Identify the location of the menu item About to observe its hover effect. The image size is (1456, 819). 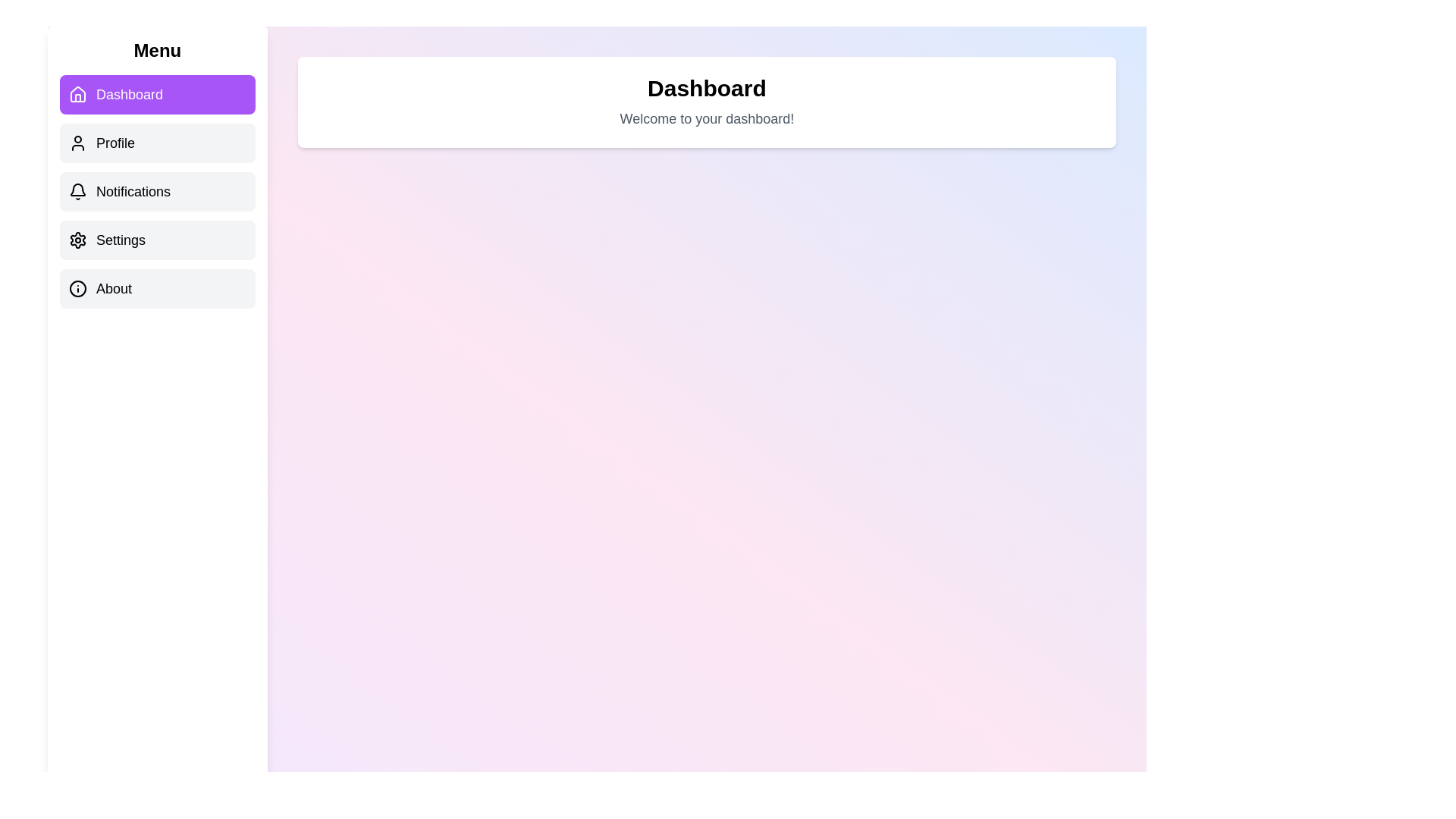
(157, 289).